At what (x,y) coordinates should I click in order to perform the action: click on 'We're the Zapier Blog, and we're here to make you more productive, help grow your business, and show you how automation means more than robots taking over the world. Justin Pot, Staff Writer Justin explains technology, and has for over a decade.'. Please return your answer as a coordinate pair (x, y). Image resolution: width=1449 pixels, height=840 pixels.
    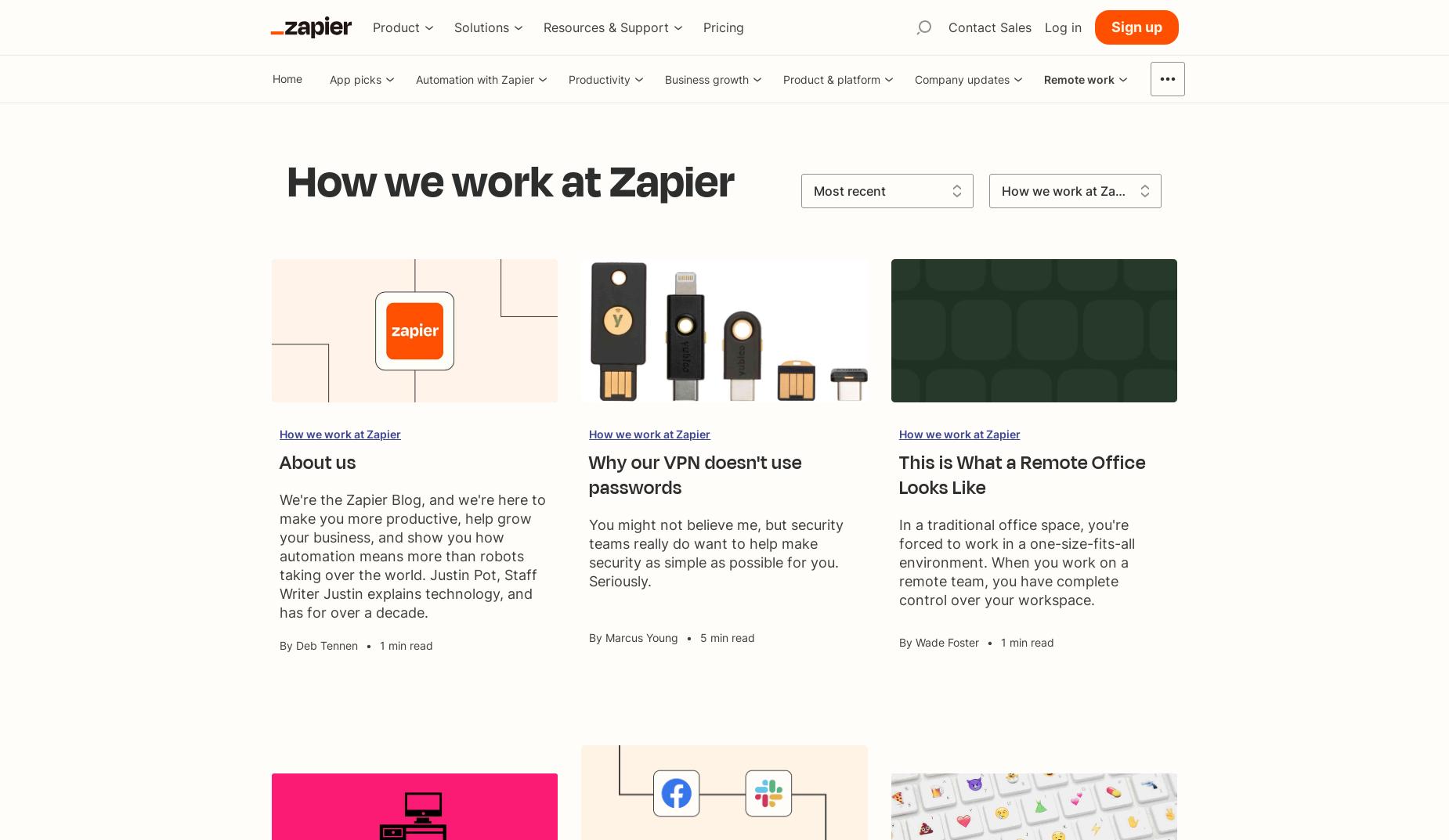
    Looking at the image, I should click on (413, 556).